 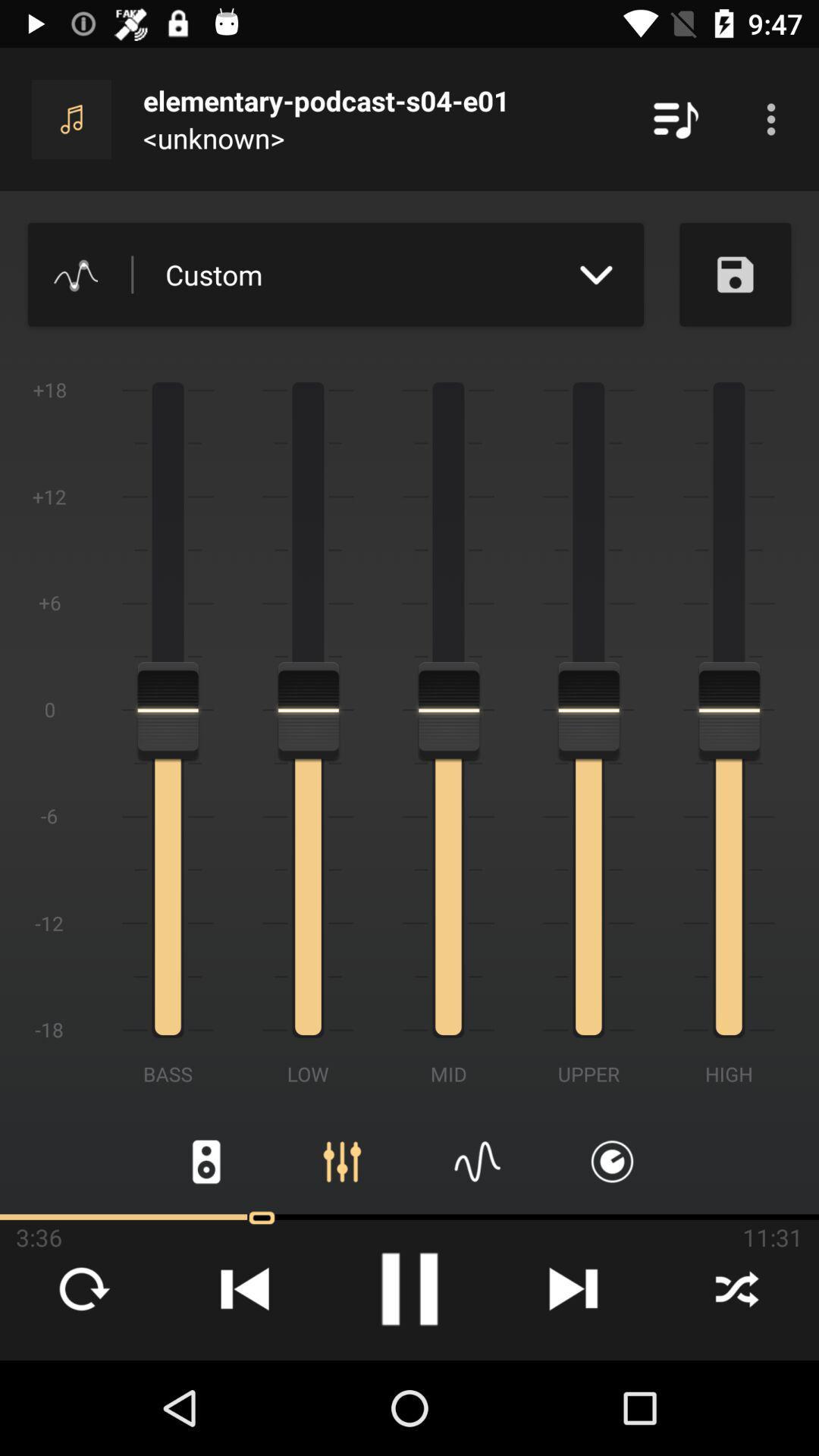 I want to click on the more icon, so click(x=771, y=118).